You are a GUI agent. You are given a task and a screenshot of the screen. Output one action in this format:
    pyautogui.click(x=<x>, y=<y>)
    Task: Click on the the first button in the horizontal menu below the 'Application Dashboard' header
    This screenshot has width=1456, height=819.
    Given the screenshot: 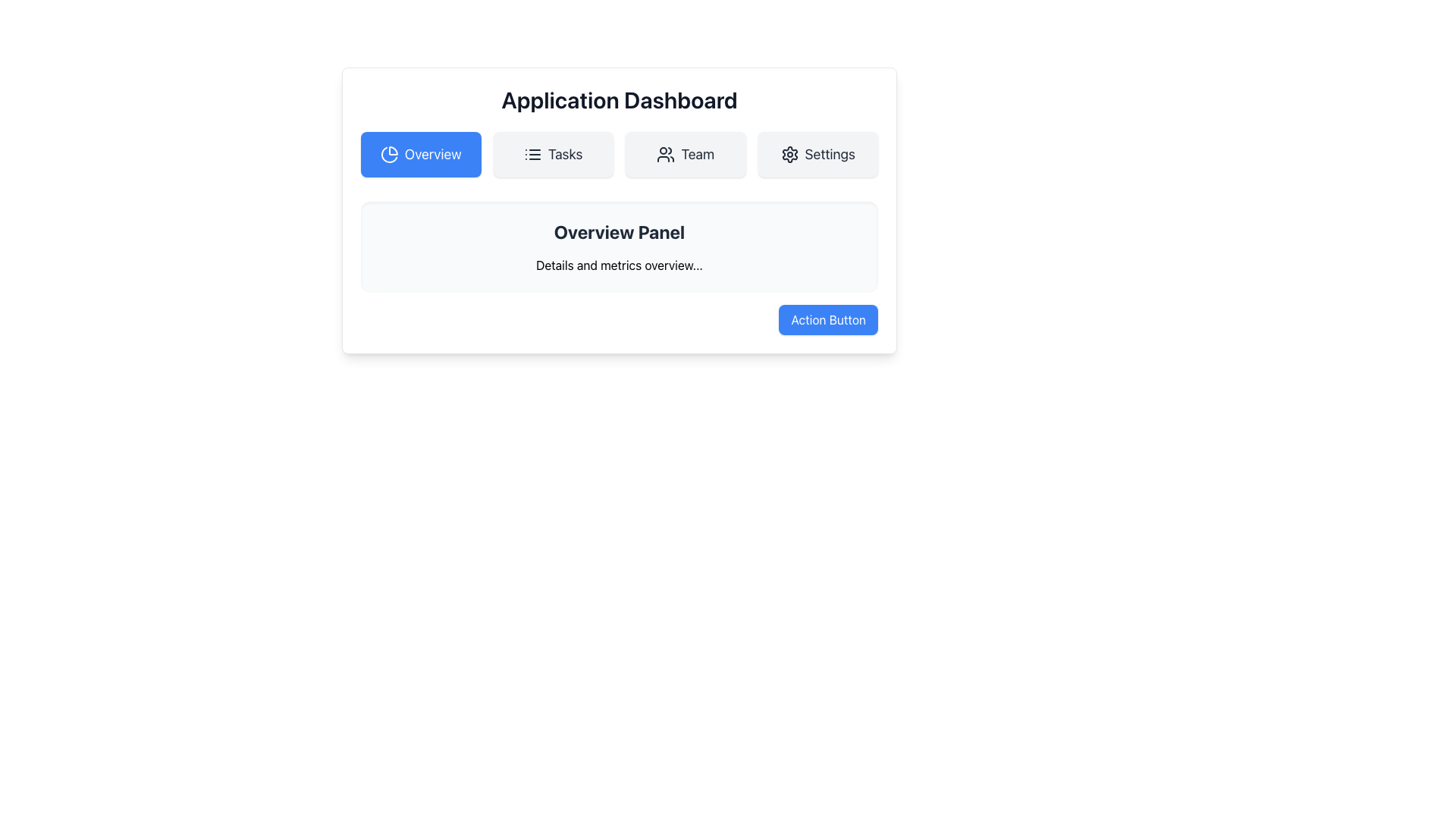 What is the action you would take?
    pyautogui.click(x=421, y=155)
    